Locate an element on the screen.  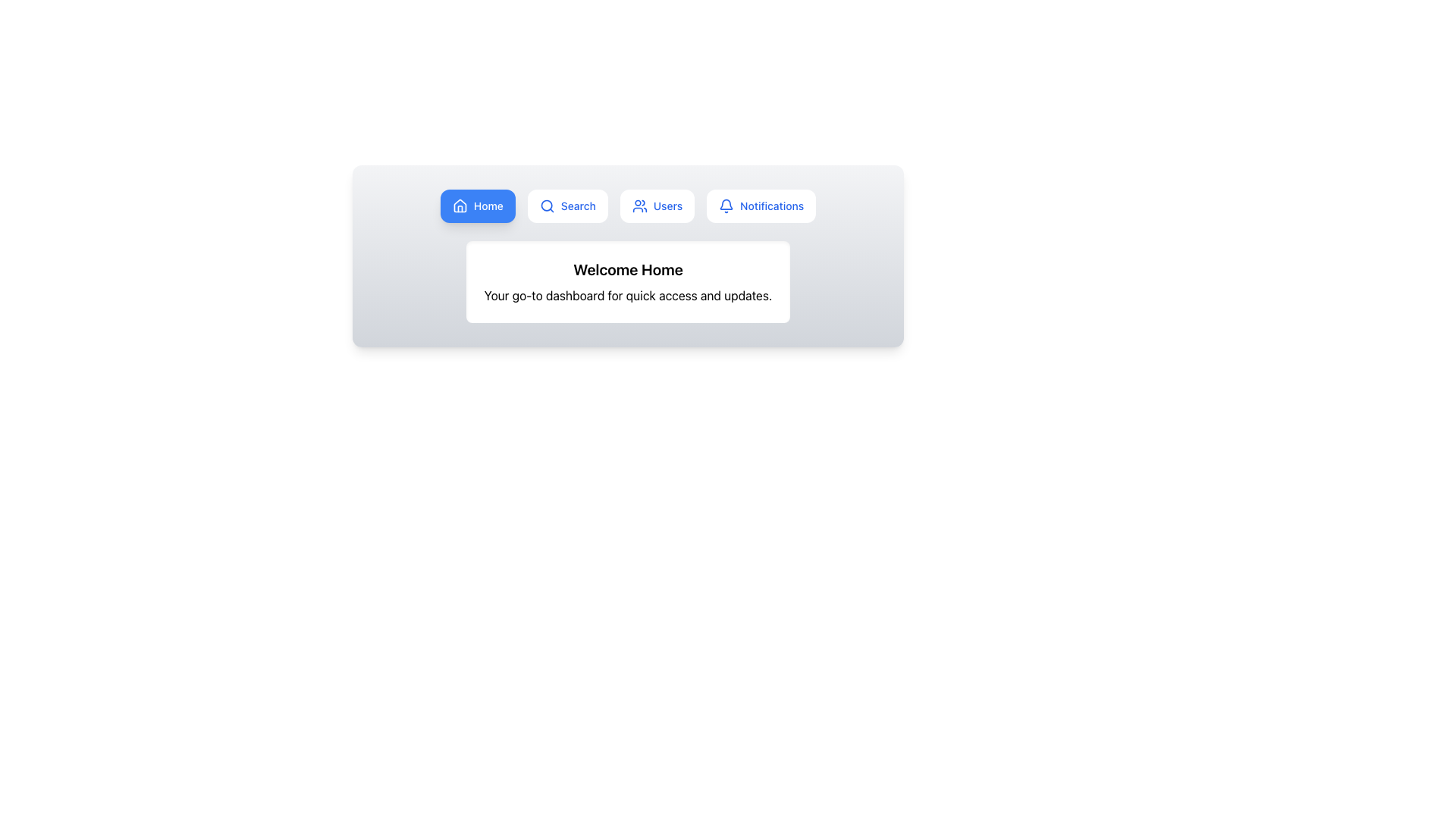
the user management button, which is the third button in a row of four, positioned between the 'Search' and 'Notifications' buttons is located at coordinates (657, 206).